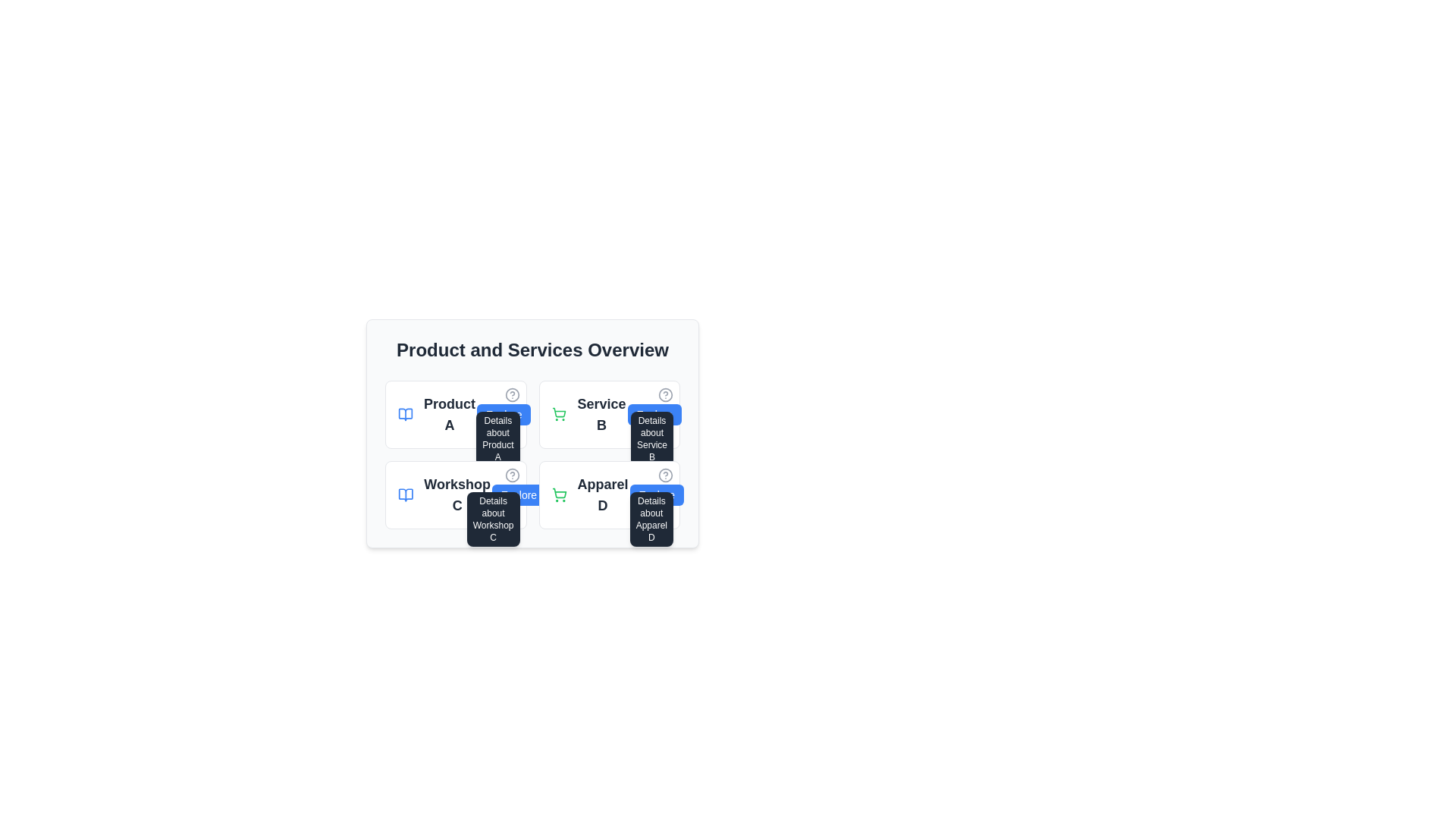  Describe the element at coordinates (406, 494) in the screenshot. I see `the icon representing the workshop category labeled 'Workshop C' located to the left of the text within the 'Product and Services Overview' section` at that location.